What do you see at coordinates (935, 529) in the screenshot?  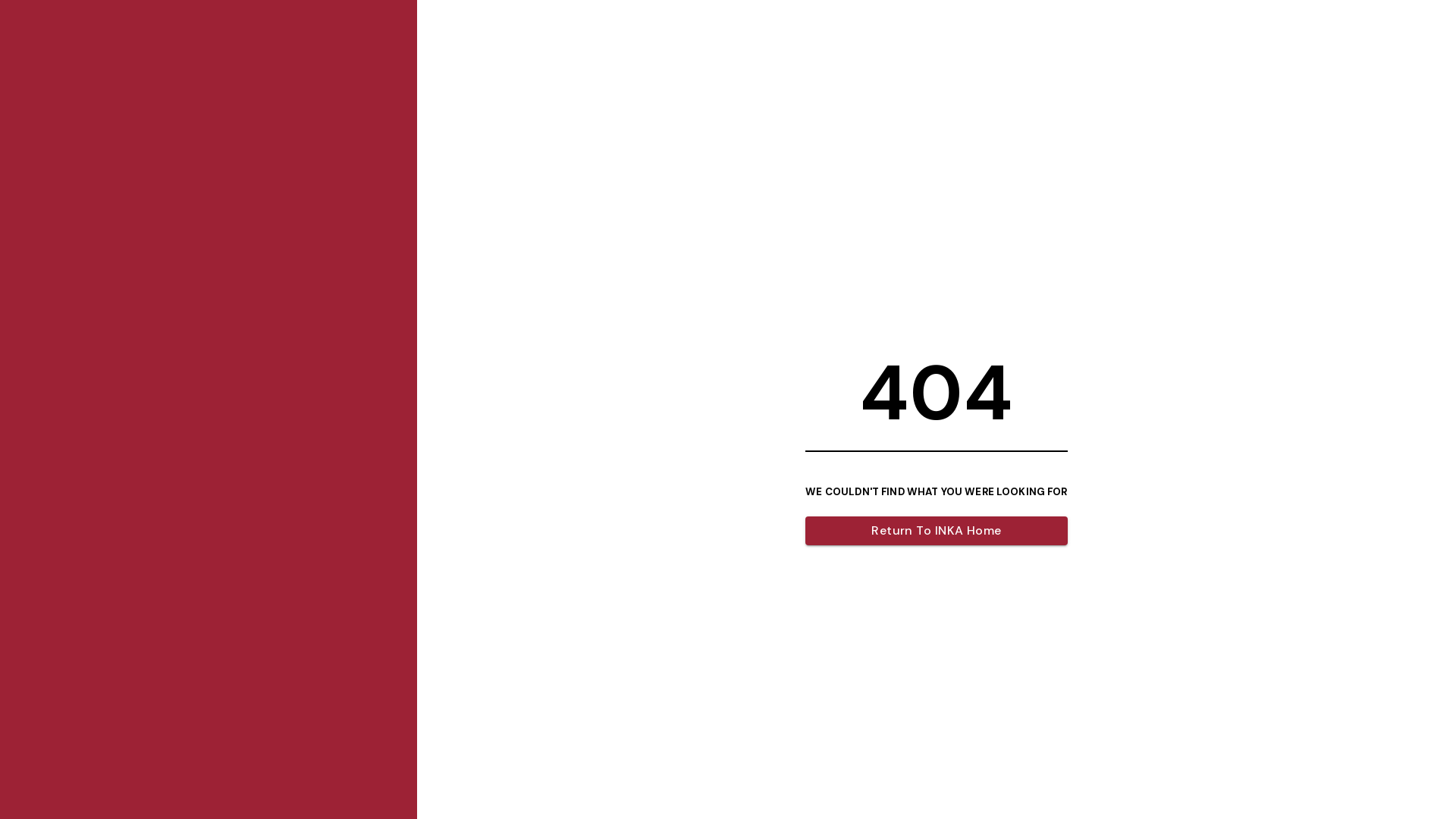 I see `'Return To INKA Home'` at bounding box center [935, 529].